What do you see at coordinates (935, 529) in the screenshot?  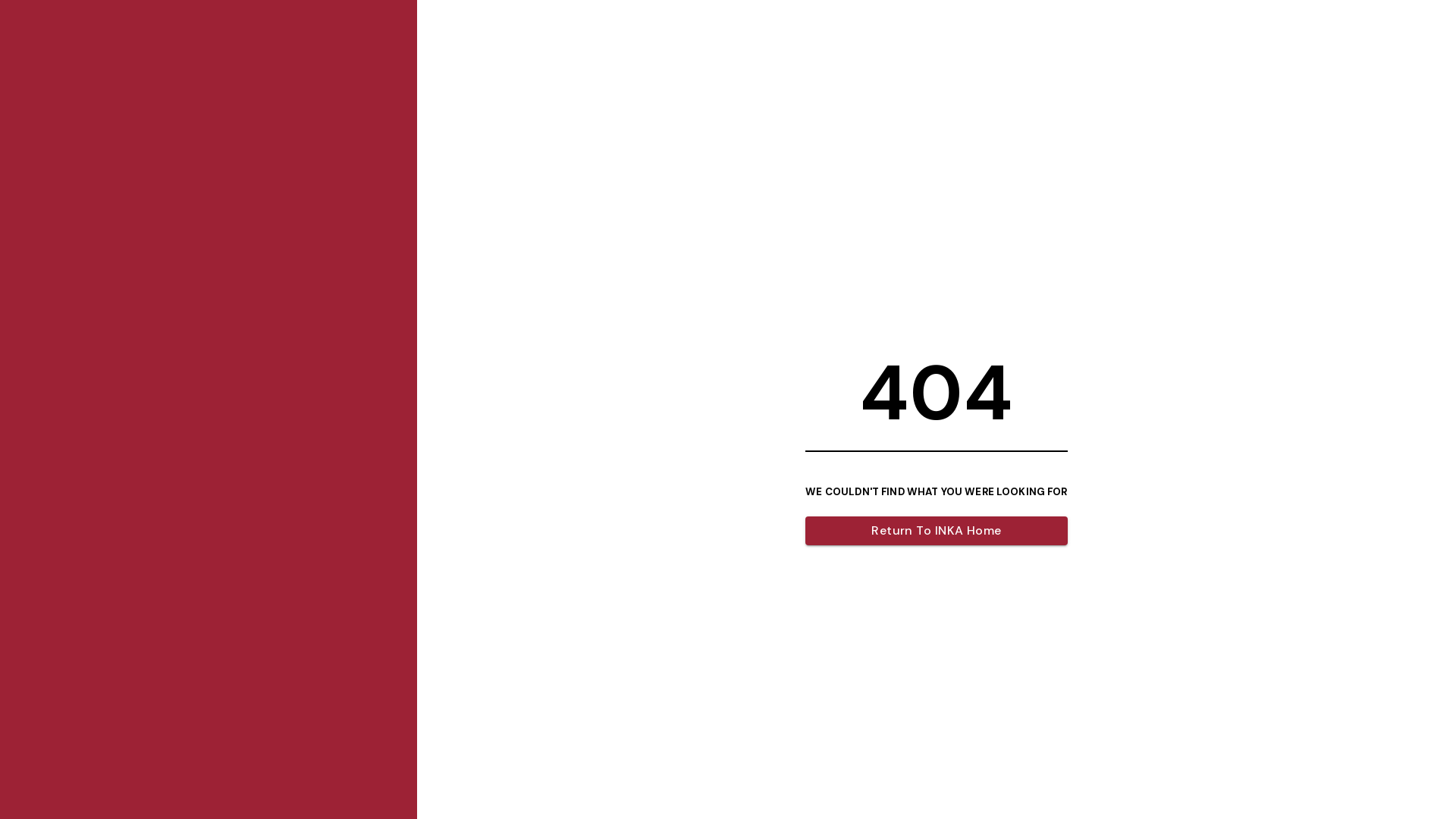 I see `'Return To INKA Home'` at bounding box center [935, 529].